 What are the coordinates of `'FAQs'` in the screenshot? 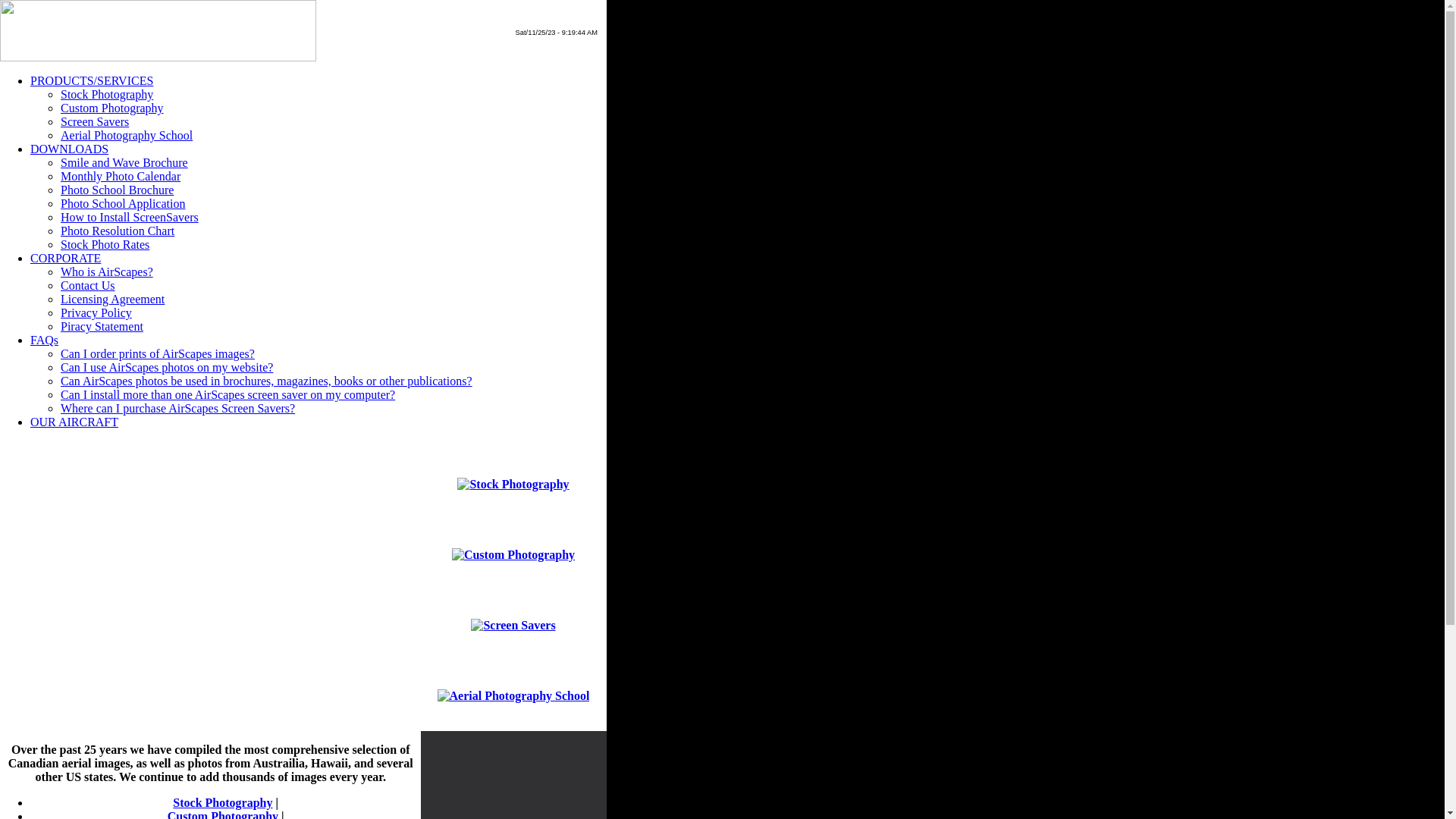 It's located at (44, 339).